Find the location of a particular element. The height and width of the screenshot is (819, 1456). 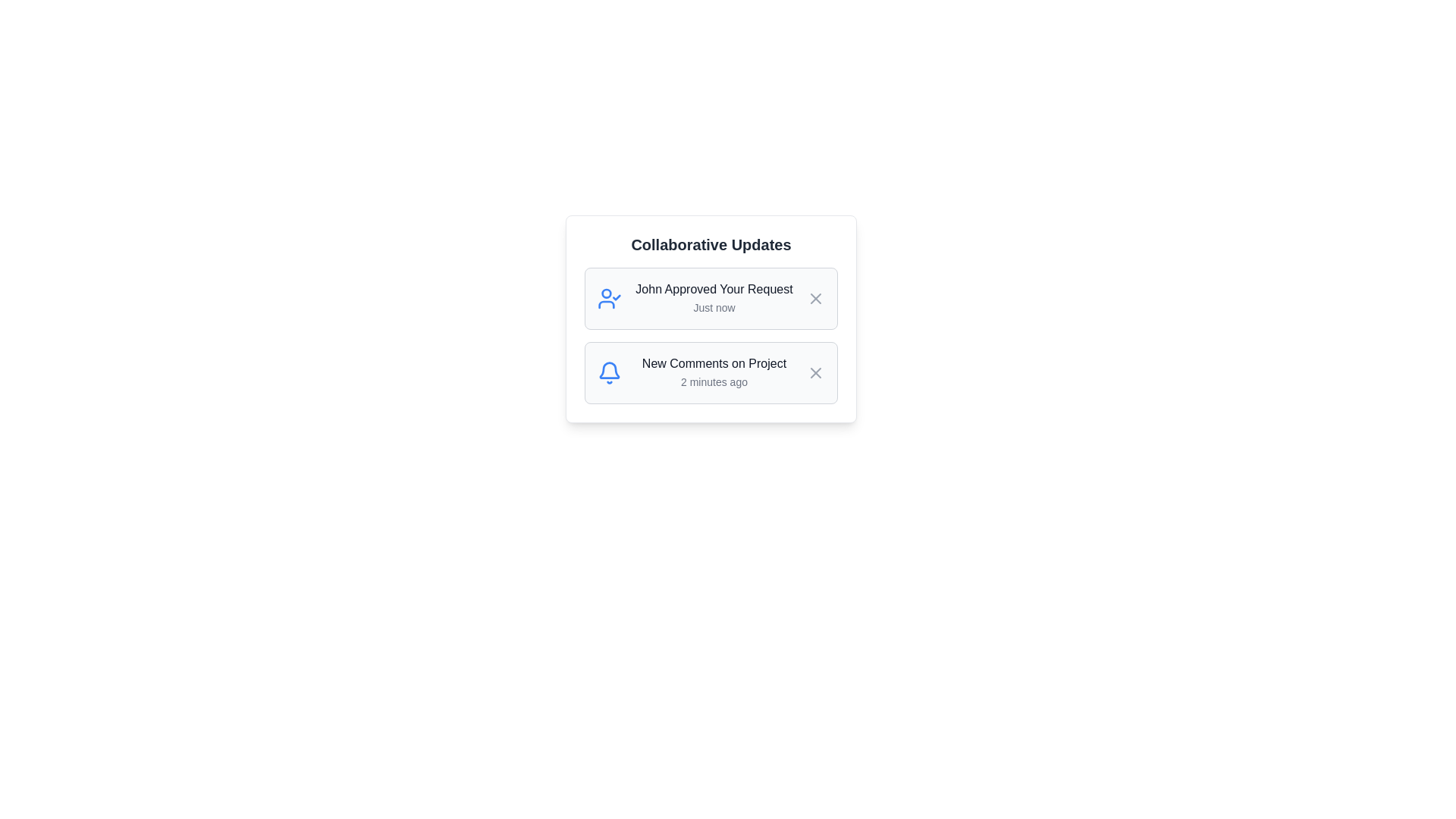

the text block that contains 'John Approved Your Request' and 'Just now' within the 'Collaborative Updates' section of the notification card is located at coordinates (713, 298).